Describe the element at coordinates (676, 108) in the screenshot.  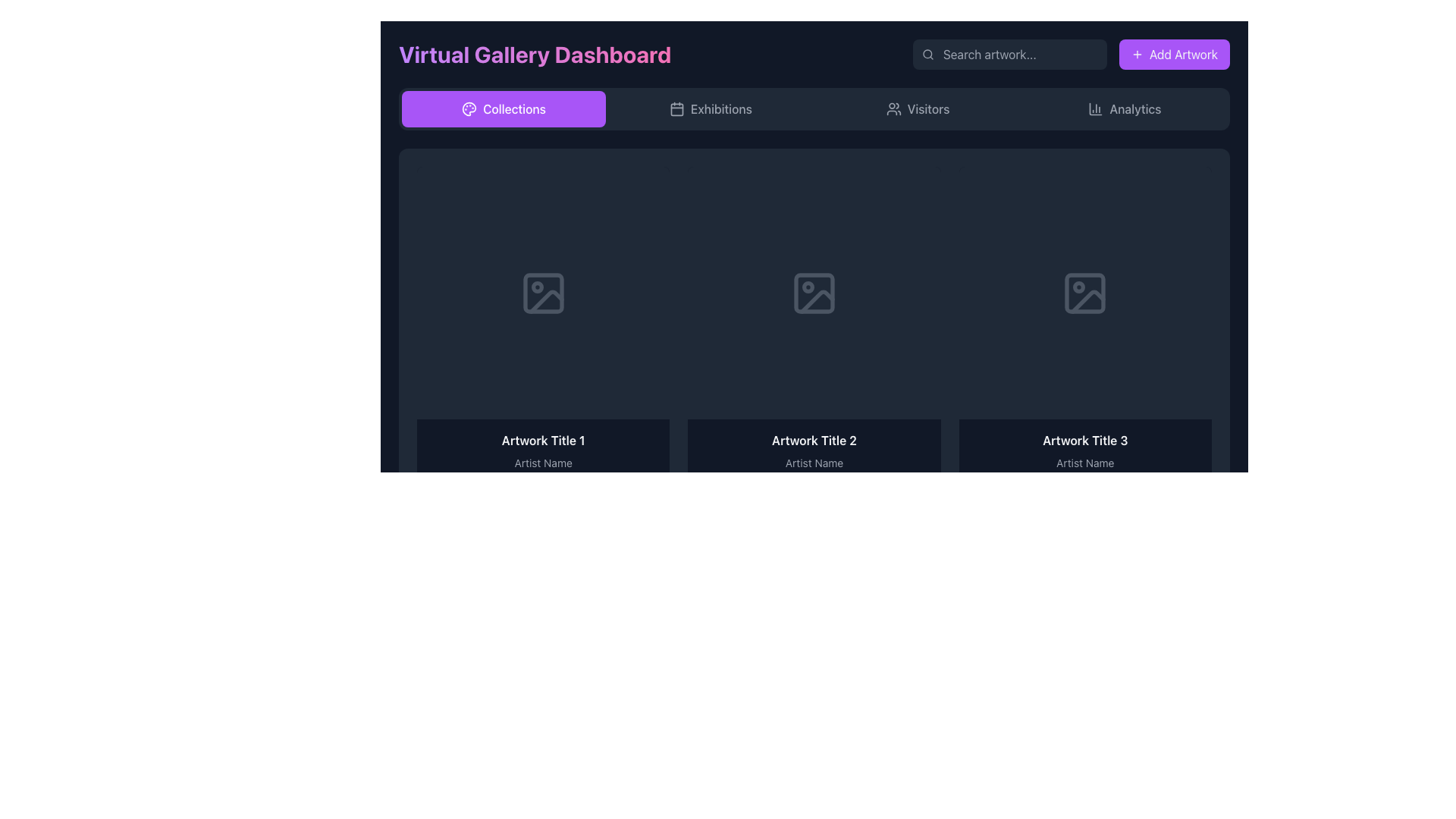
I see `the 'Exhibitions' button which contains the calendar icon to initiate interaction` at that location.